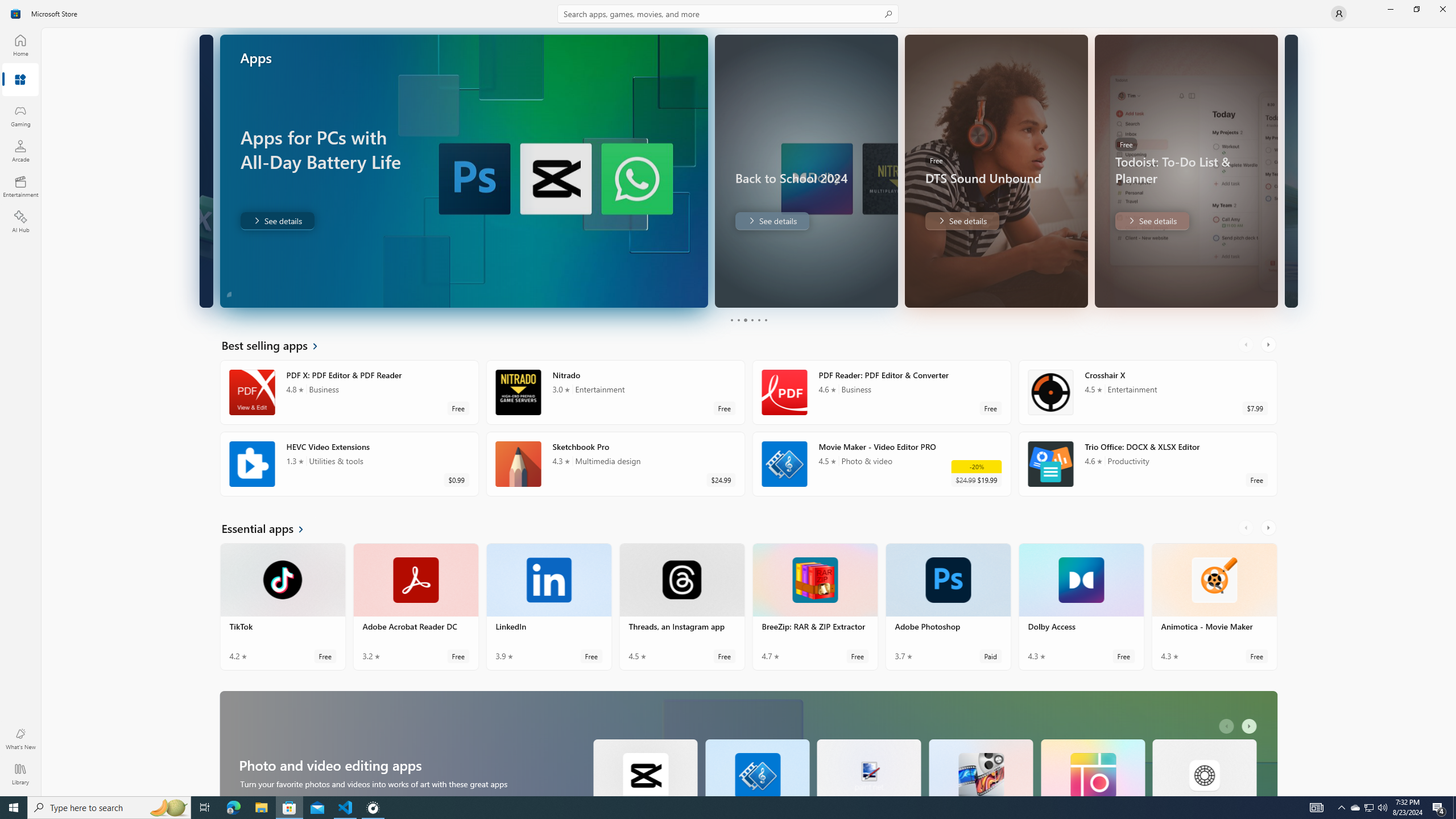  Describe the element at coordinates (1228, 726) in the screenshot. I see `'AutomationID: LeftScrollButton'` at that location.